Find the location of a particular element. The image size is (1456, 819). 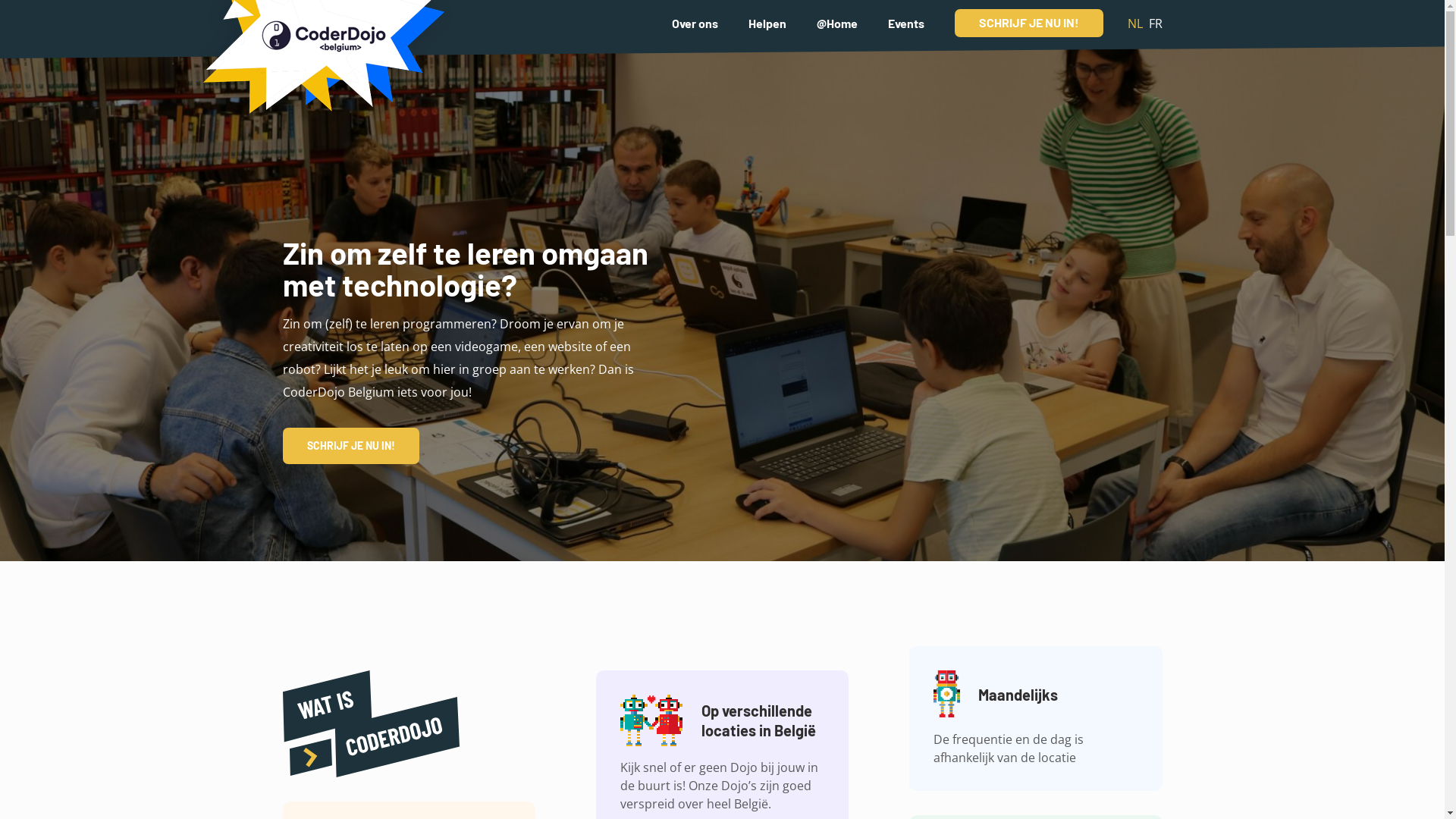

'SCHRIJF JE NU IN!' is located at coordinates (349, 444).